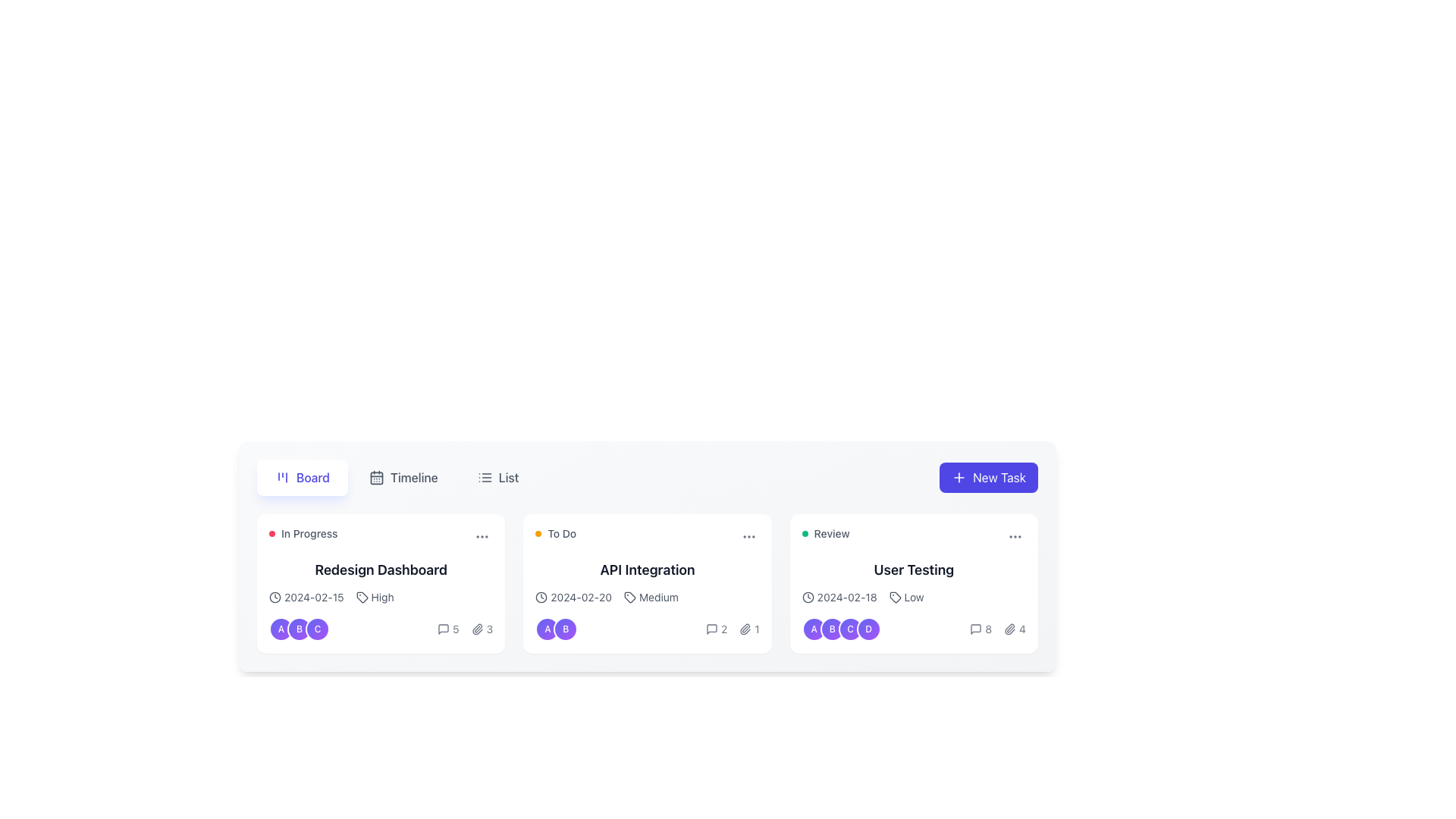 This screenshot has width=1456, height=819. I want to click on the 'Board' label located in the center-right side of the horizontally aligned navigational menu, so click(312, 476).